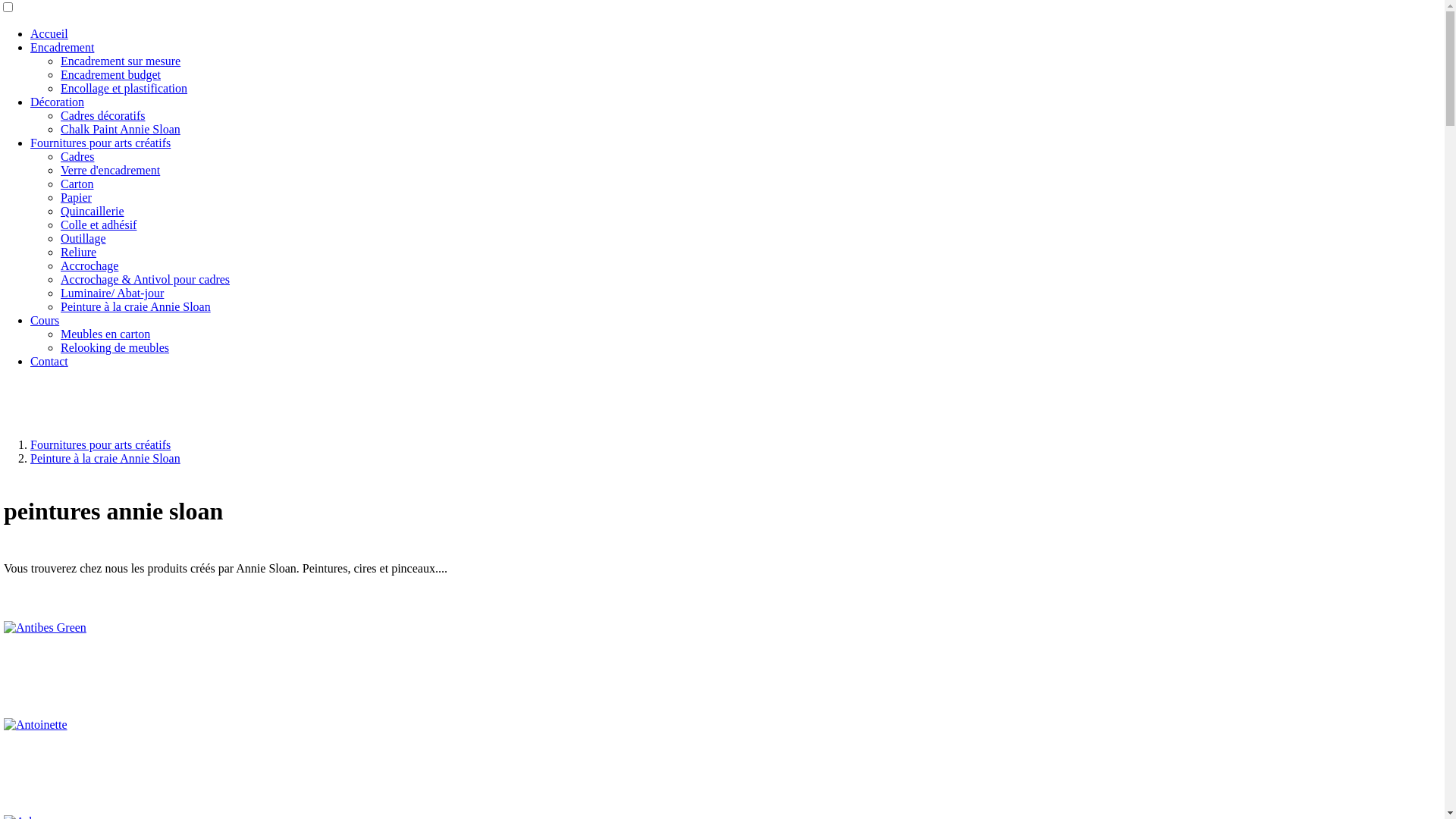 Image resolution: width=1456 pixels, height=819 pixels. I want to click on 'Meubles en carton', so click(105, 333).